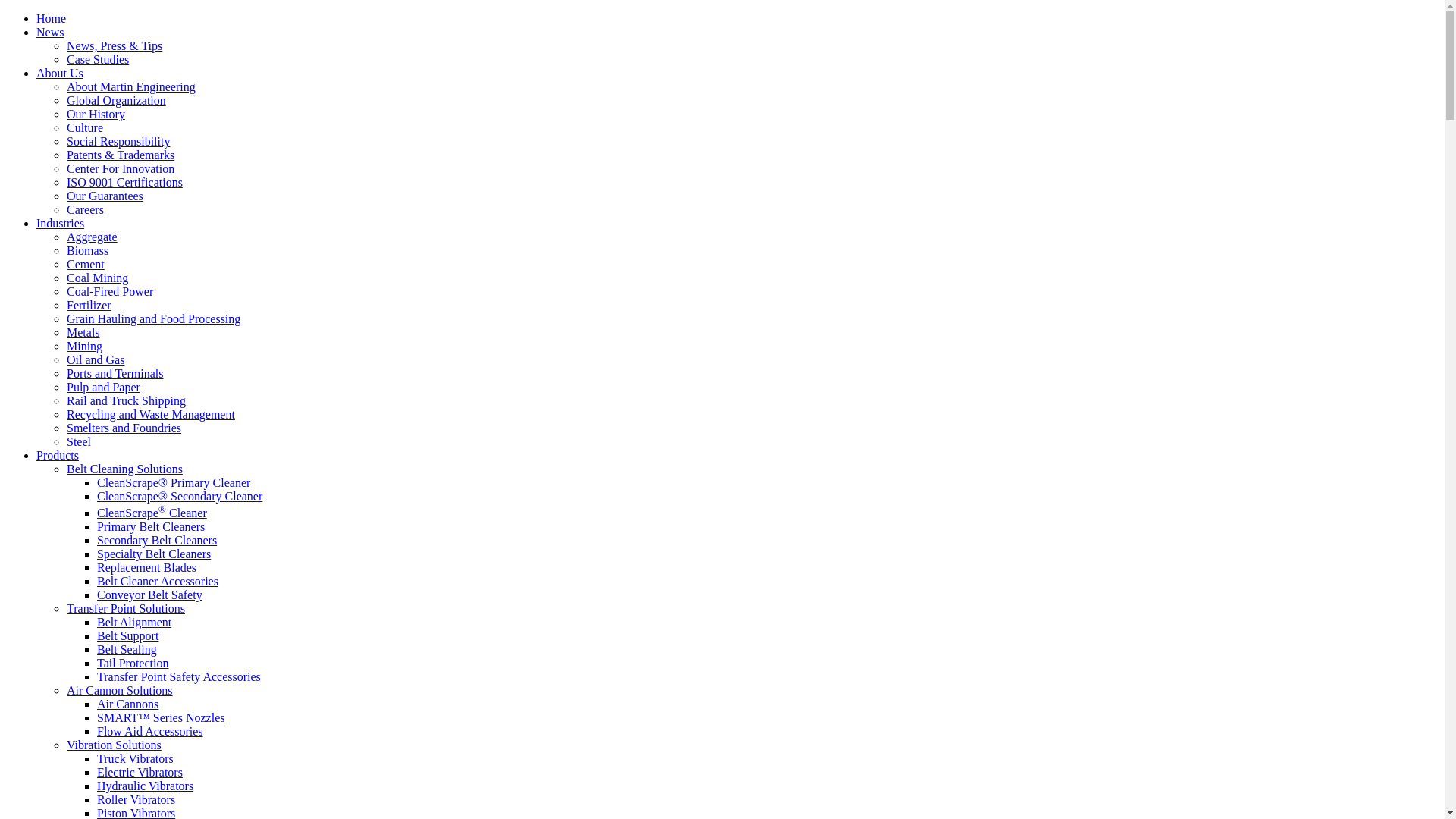 The width and height of the screenshot is (1456, 819). Describe the element at coordinates (150, 414) in the screenshot. I see `'Recycling and Waste Management'` at that location.